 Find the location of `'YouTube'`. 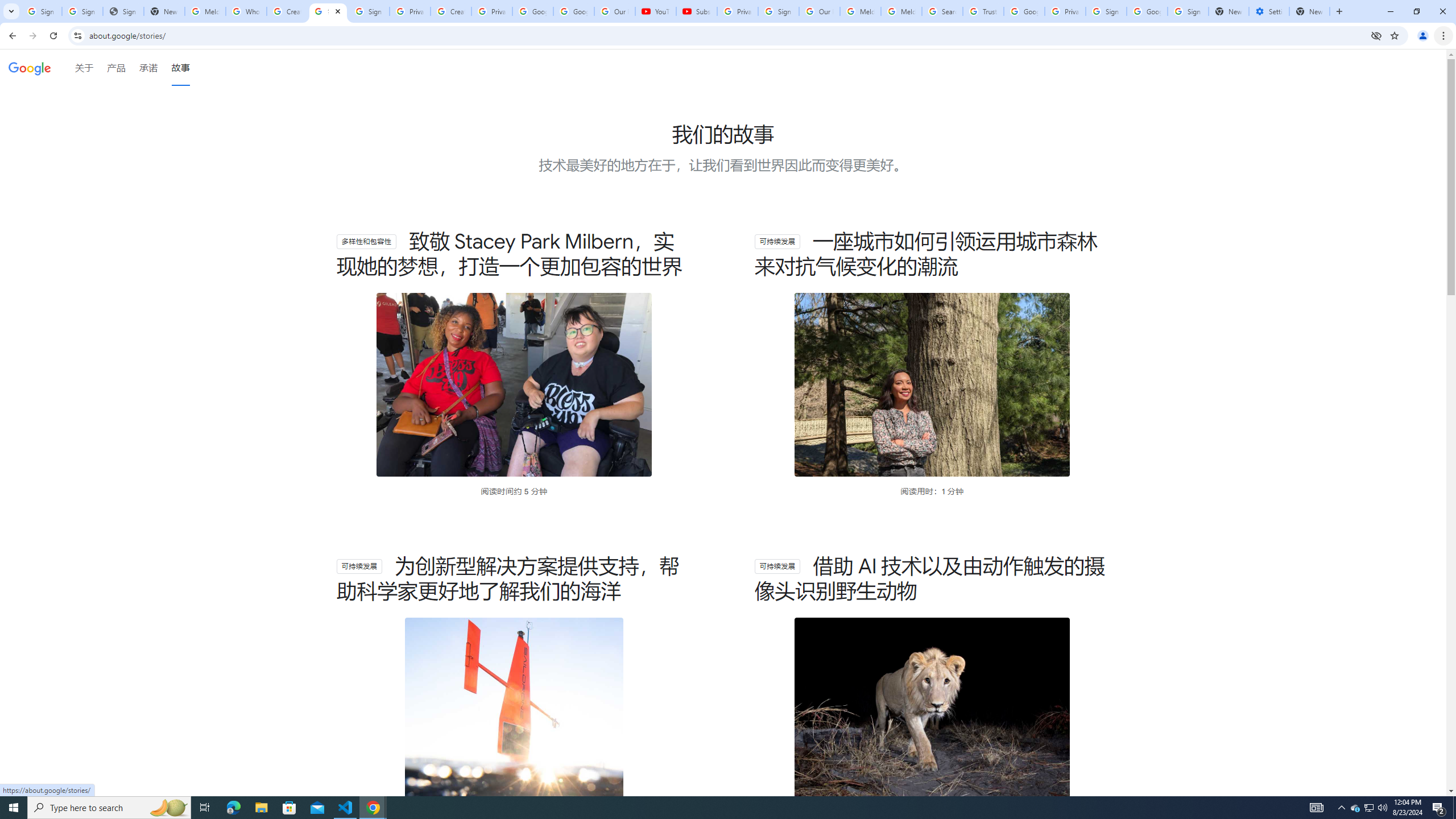

'YouTube' is located at coordinates (656, 11).